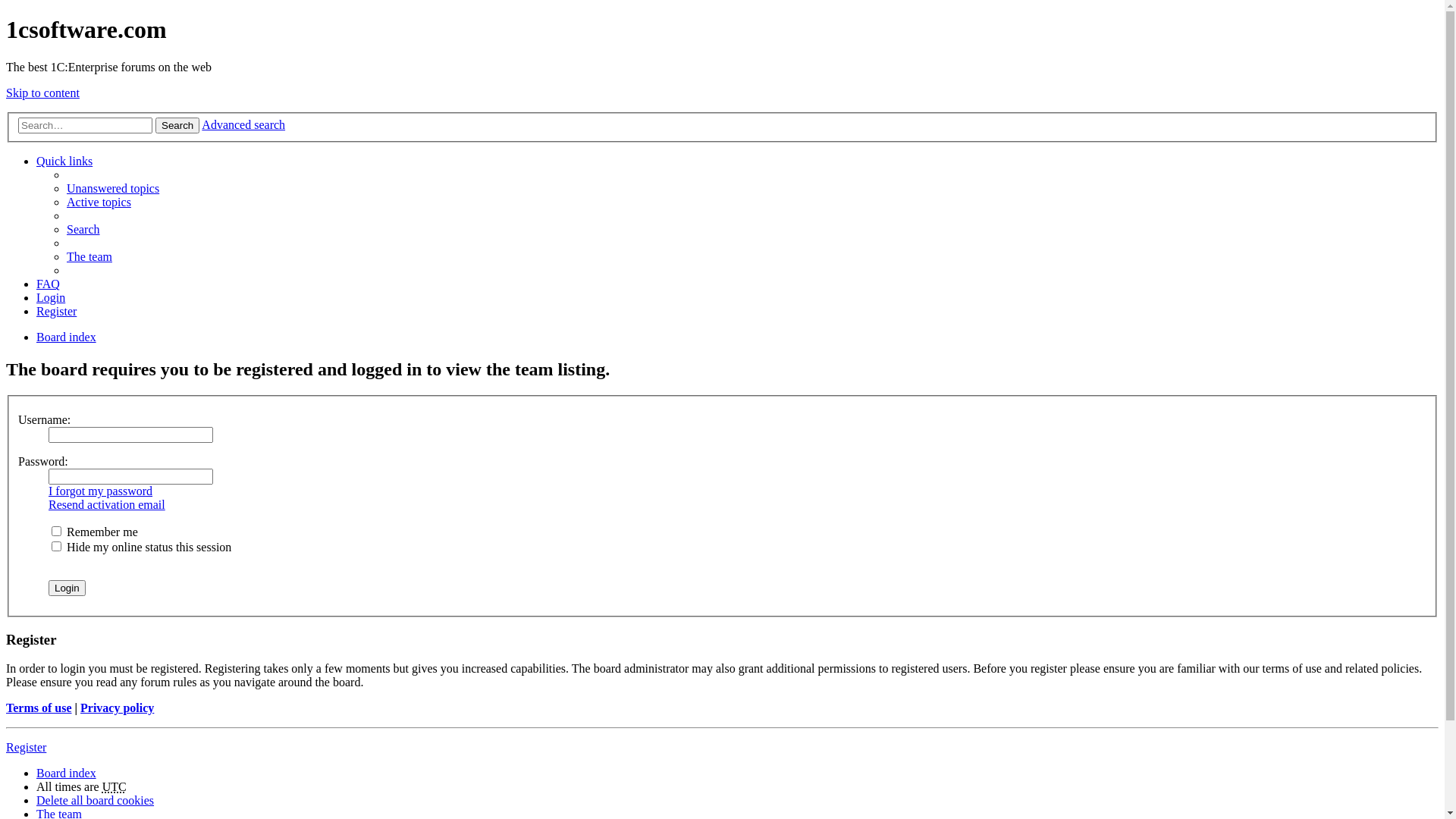  Describe the element at coordinates (65, 336) in the screenshot. I see `'Board index'` at that location.